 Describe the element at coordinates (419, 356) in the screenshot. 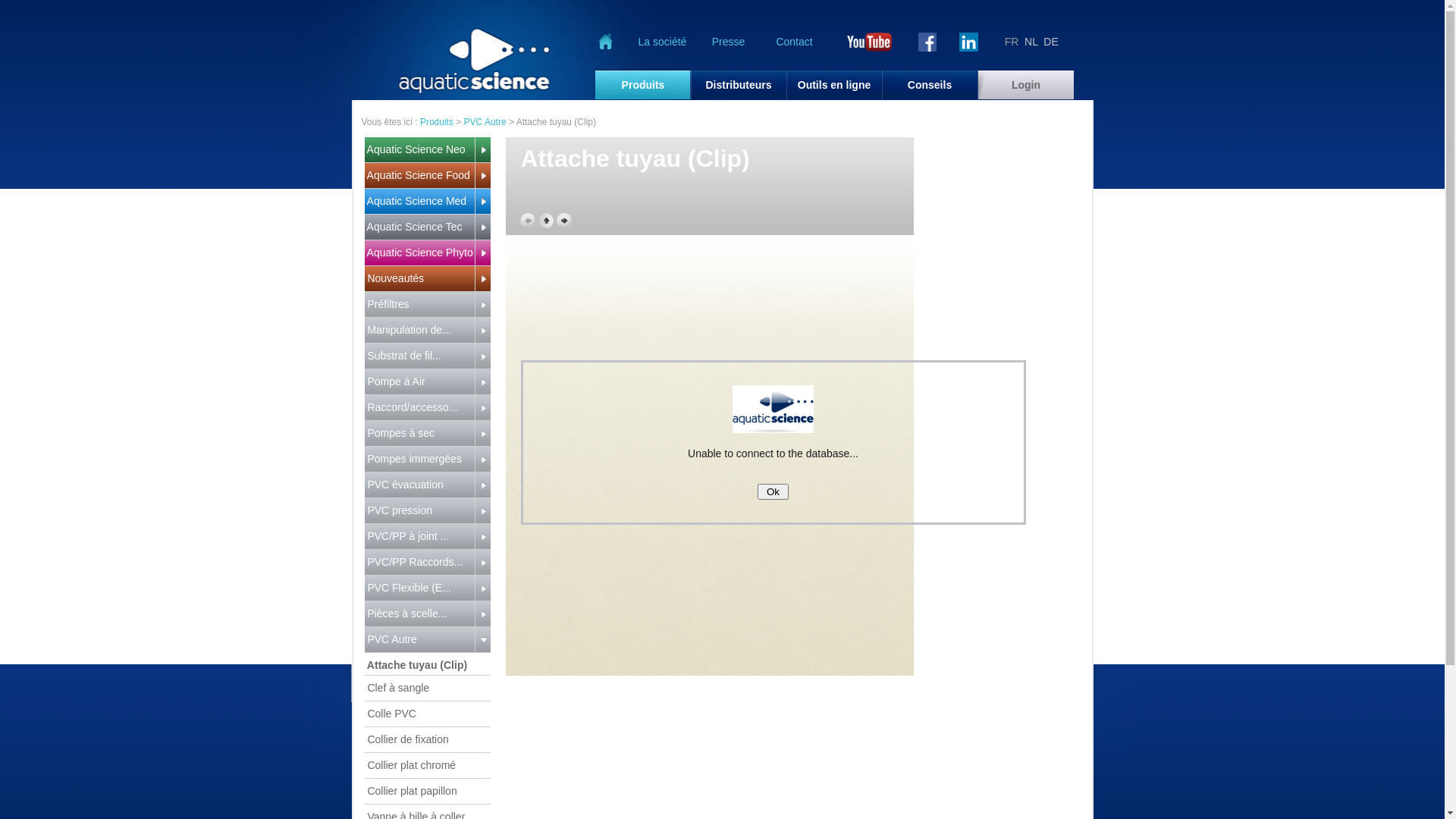

I see `' Substrat de fil...'` at that location.